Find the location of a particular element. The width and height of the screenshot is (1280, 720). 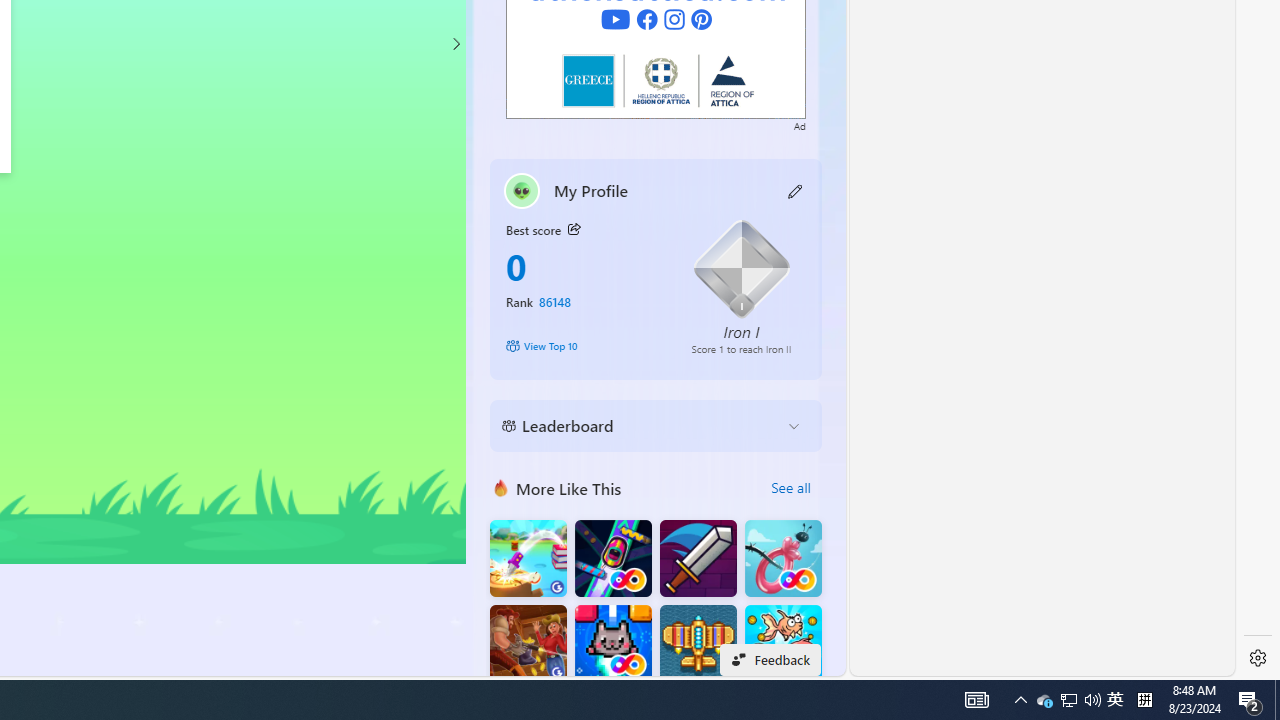

'Class: control' is located at coordinates (454, 43).